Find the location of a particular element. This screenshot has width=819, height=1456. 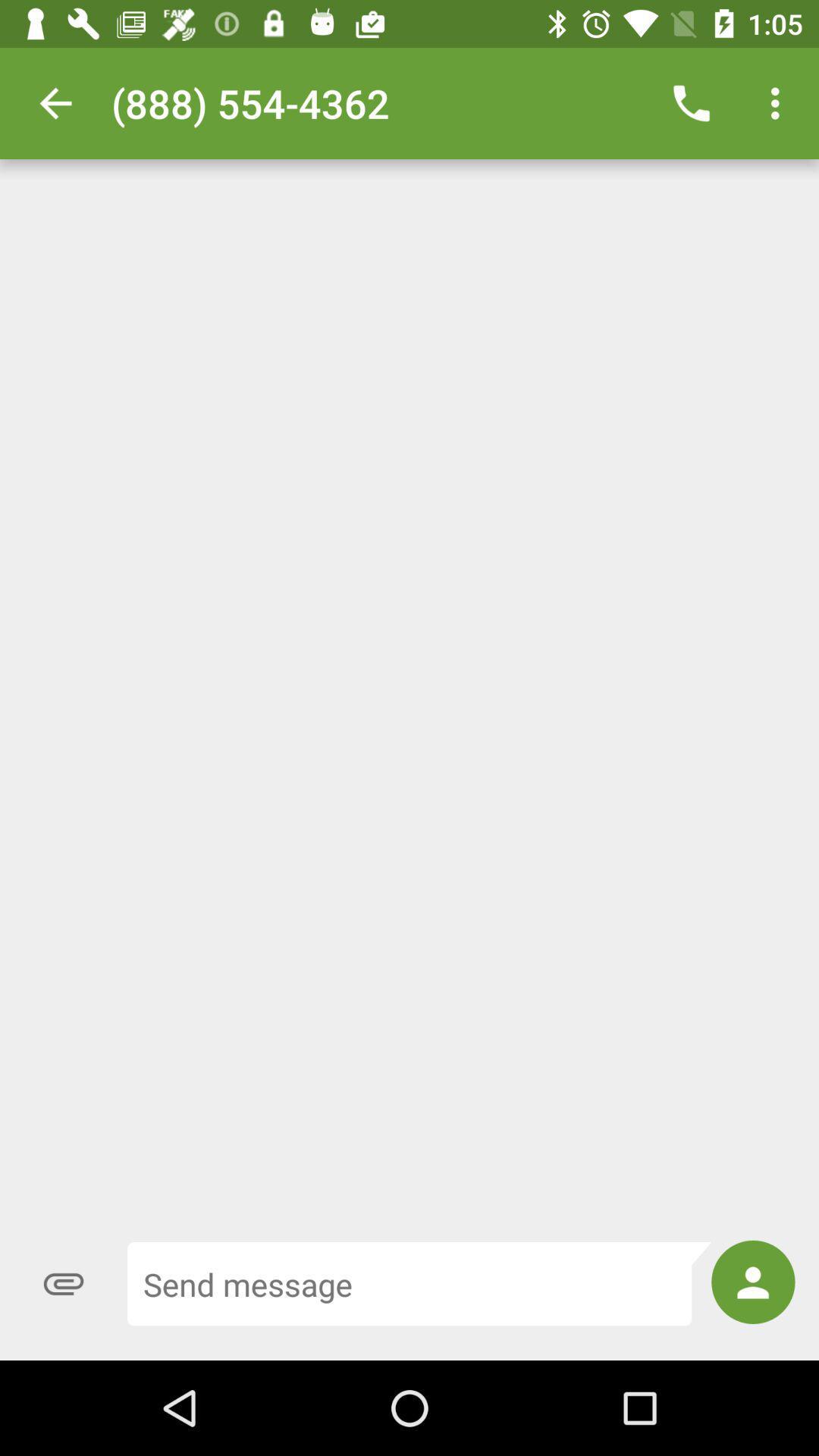

icon at the top left corner is located at coordinates (55, 102).